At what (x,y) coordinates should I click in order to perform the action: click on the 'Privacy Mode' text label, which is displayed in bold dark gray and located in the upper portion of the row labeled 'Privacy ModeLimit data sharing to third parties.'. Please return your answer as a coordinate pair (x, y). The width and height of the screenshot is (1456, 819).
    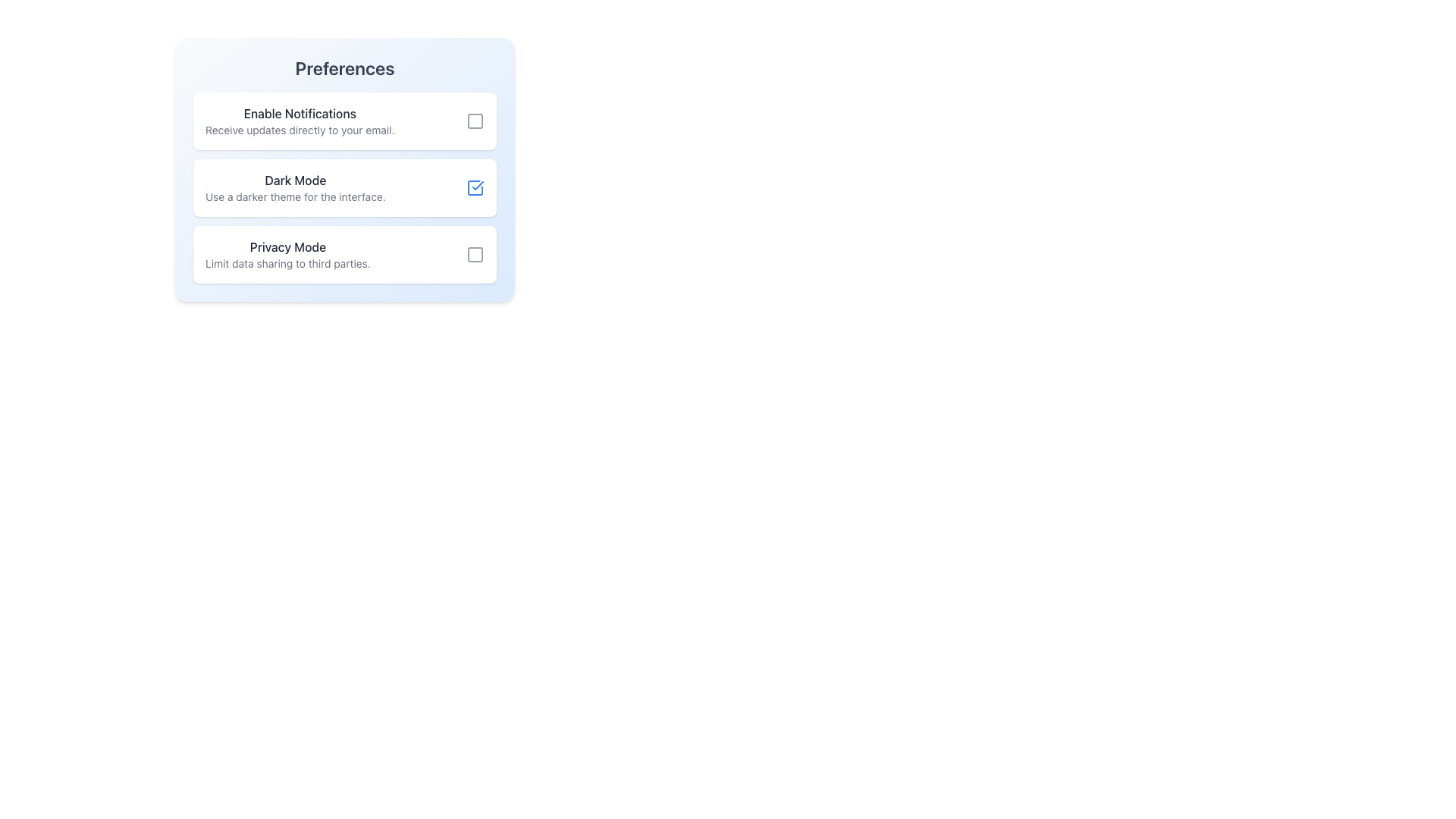
    Looking at the image, I should click on (287, 246).